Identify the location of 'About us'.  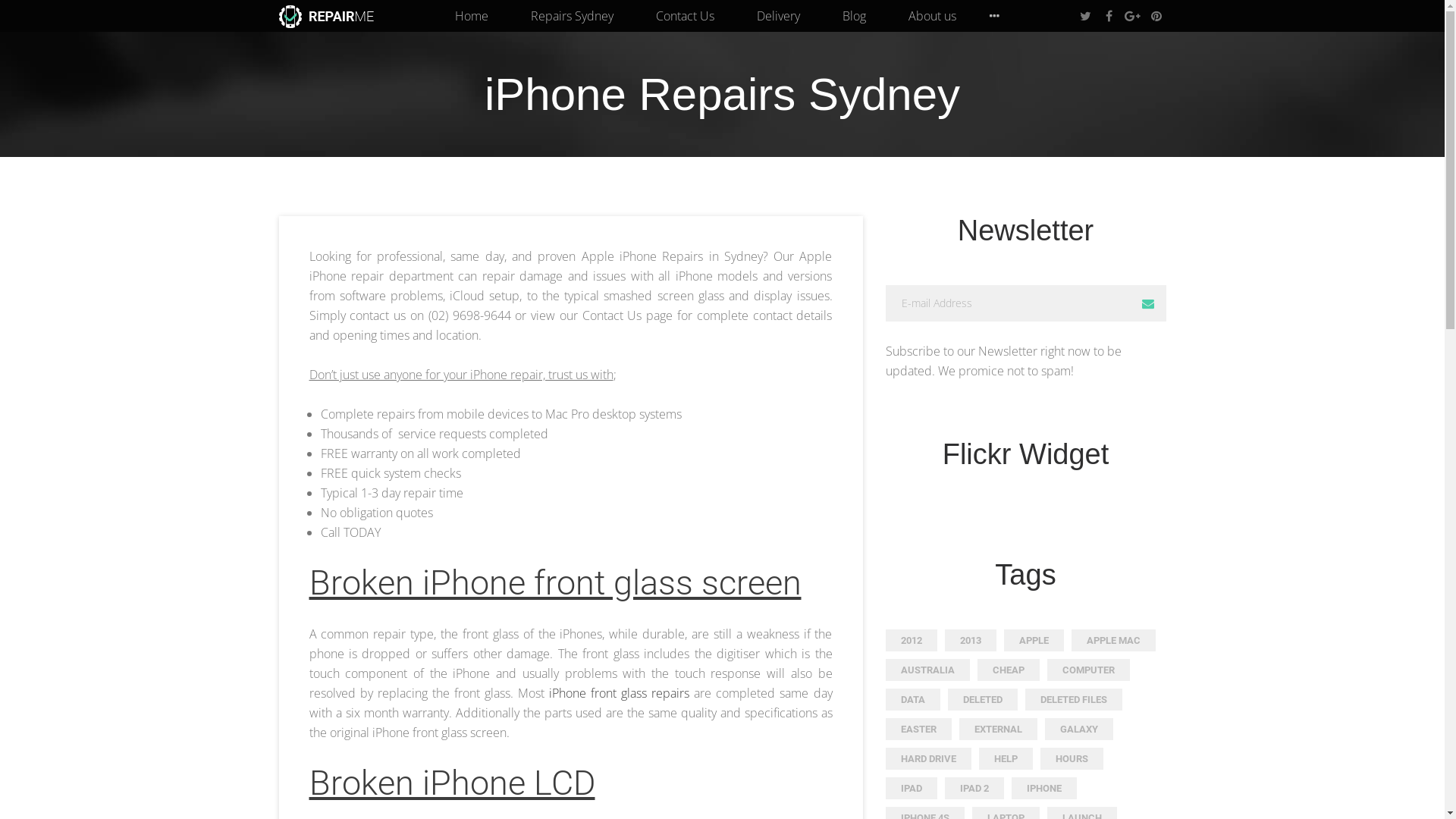
(931, 15).